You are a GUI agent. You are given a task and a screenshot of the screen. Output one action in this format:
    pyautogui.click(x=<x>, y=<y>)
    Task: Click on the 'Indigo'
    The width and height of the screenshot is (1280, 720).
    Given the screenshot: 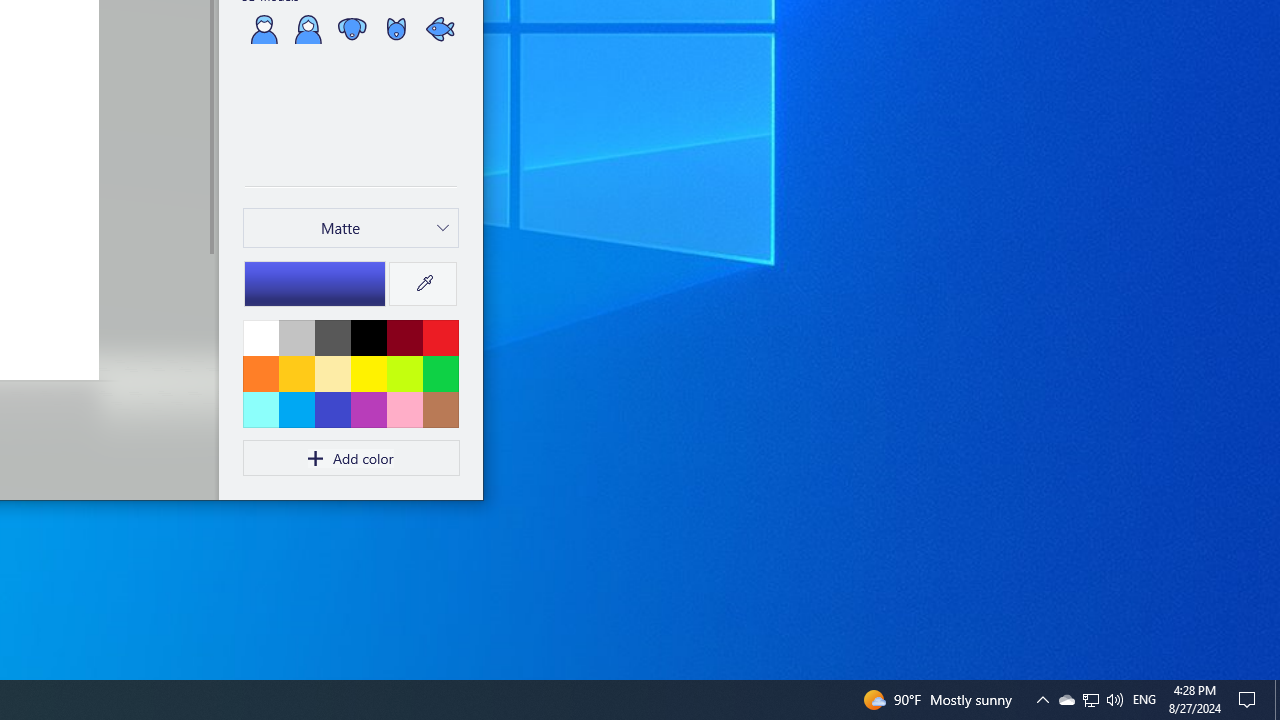 What is the action you would take?
    pyautogui.click(x=332, y=408)
    